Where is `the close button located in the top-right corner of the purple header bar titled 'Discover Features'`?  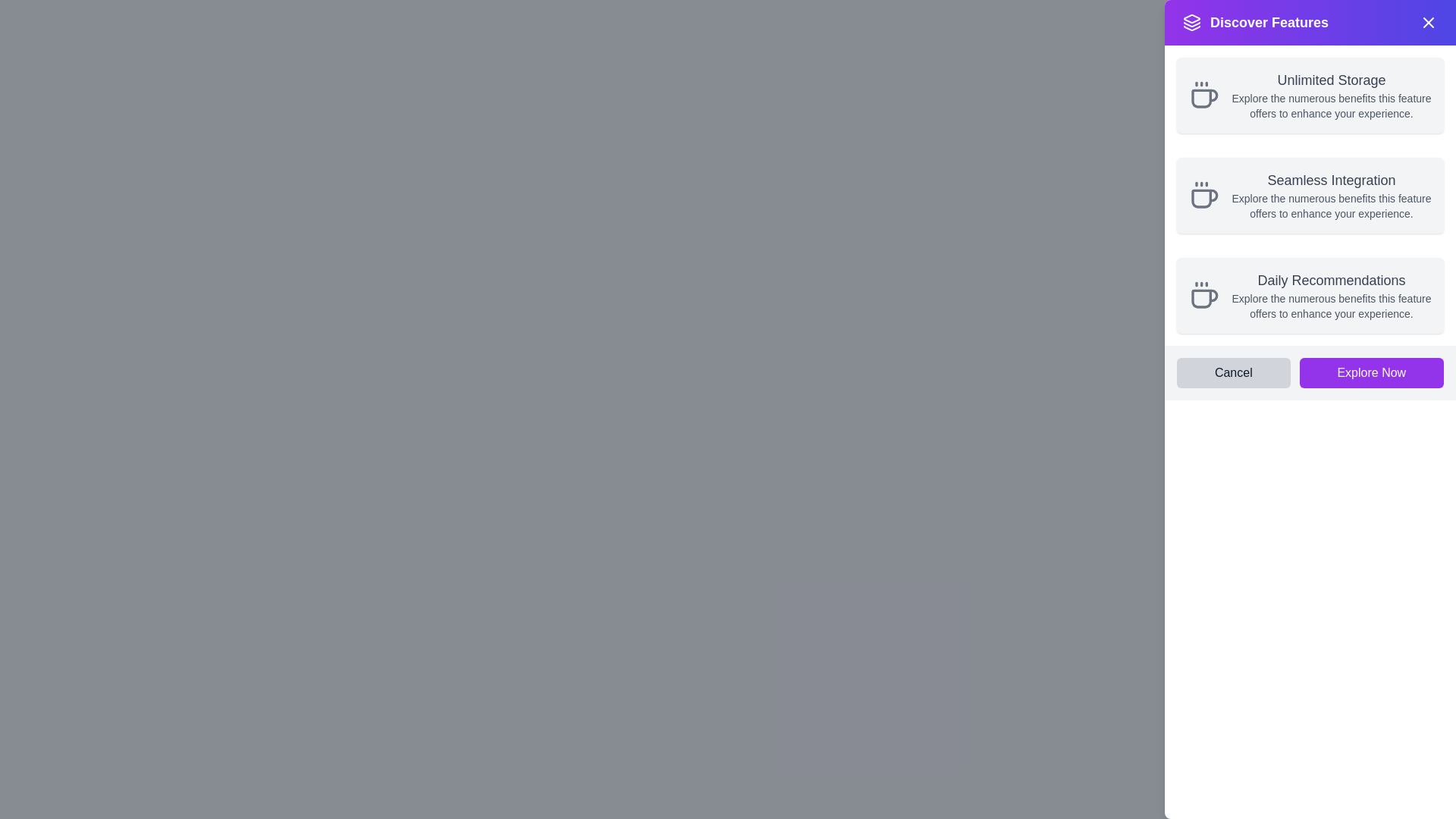 the close button located in the top-right corner of the purple header bar titled 'Discover Features' is located at coordinates (1427, 23).